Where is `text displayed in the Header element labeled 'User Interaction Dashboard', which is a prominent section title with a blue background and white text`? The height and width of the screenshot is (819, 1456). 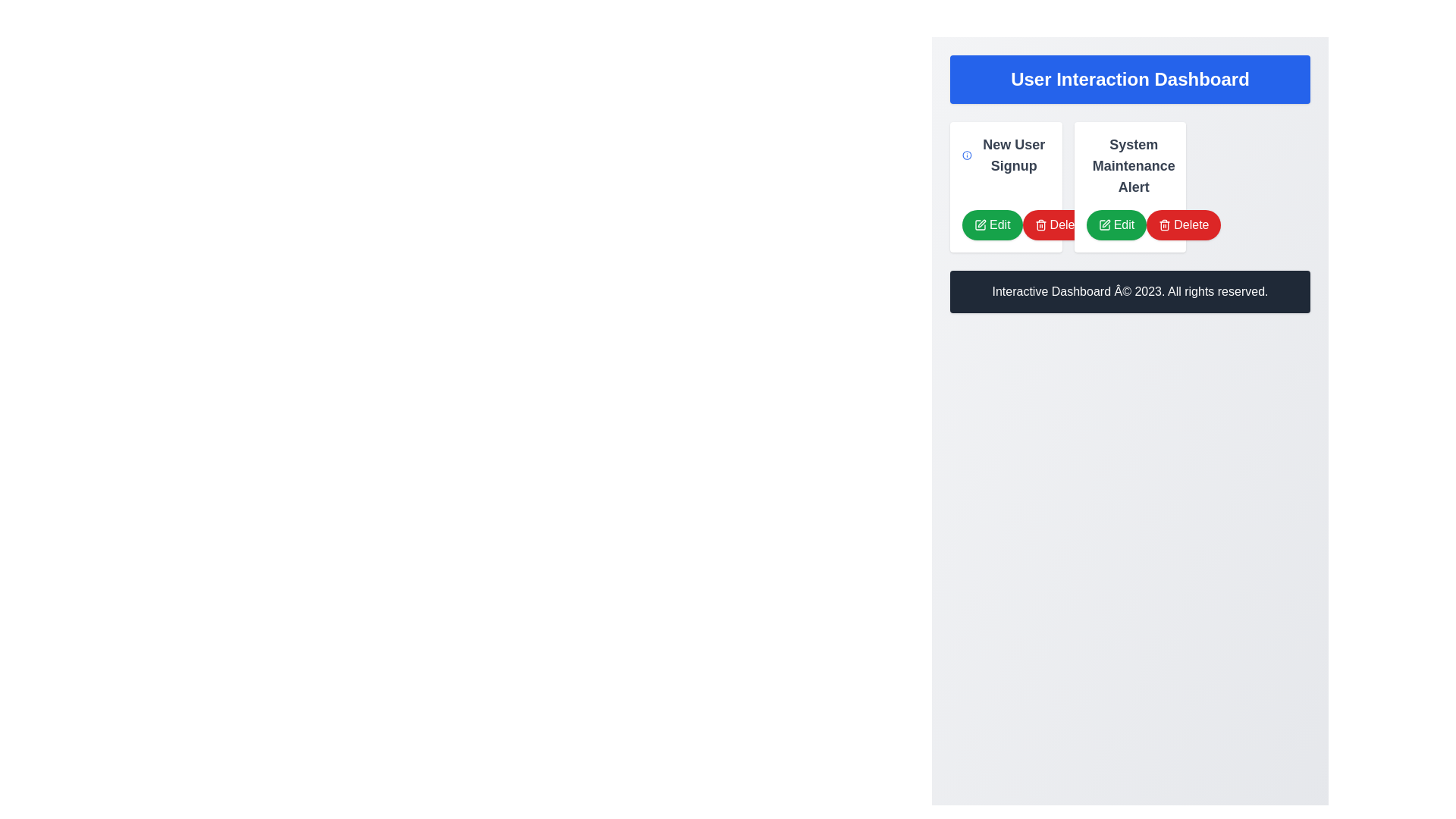 text displayed in the Header element labeled 'User Interaction Dashboard', which is a prominent section title with a blue background and white text is located at coordinates (1130, 79).